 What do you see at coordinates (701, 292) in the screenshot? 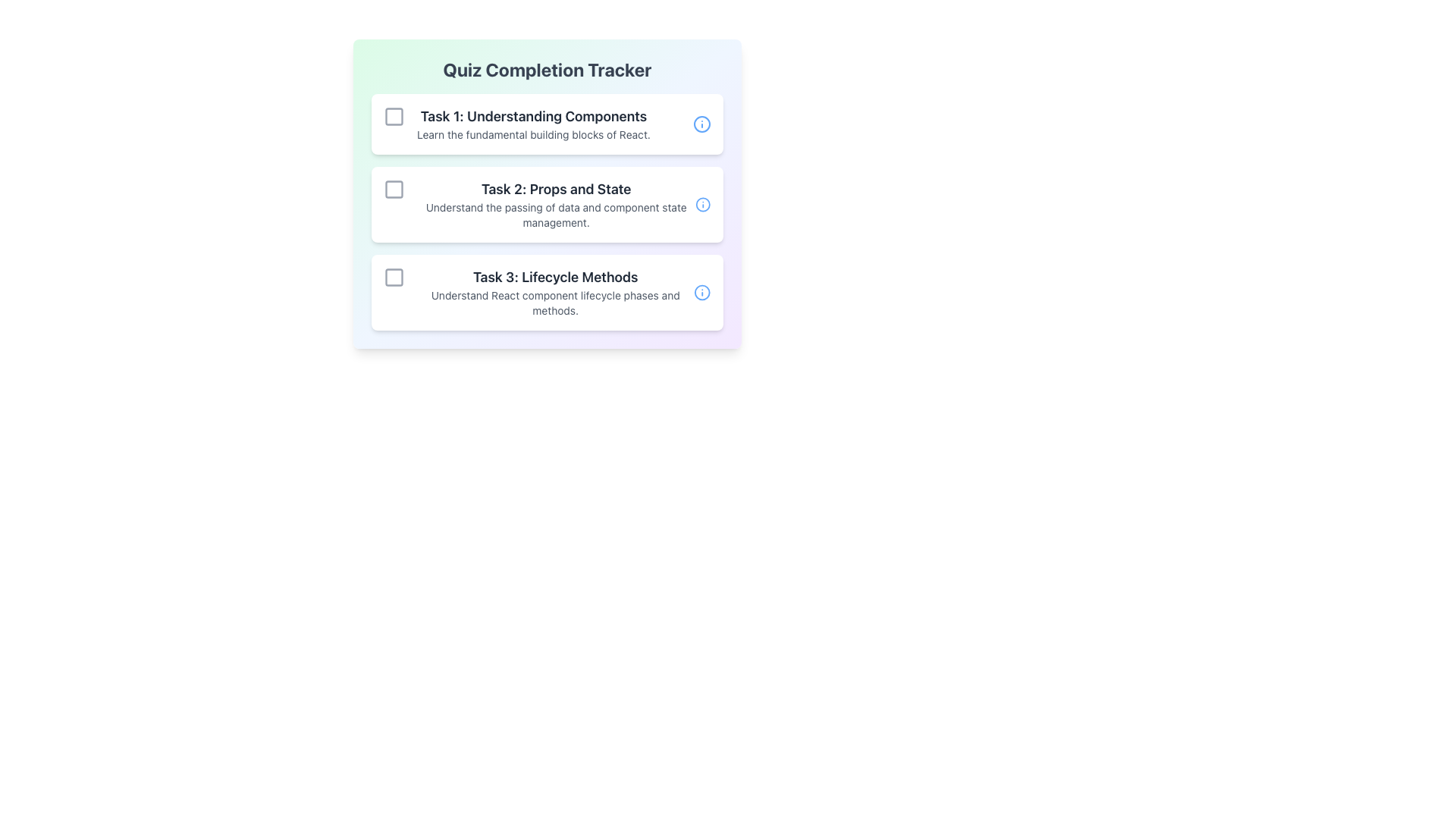
I see `the blue circular SVG icon located beside the text 'Task 3: Lifecycle Methods', which is the central circle within the icon` at bounding box center [701, 292].